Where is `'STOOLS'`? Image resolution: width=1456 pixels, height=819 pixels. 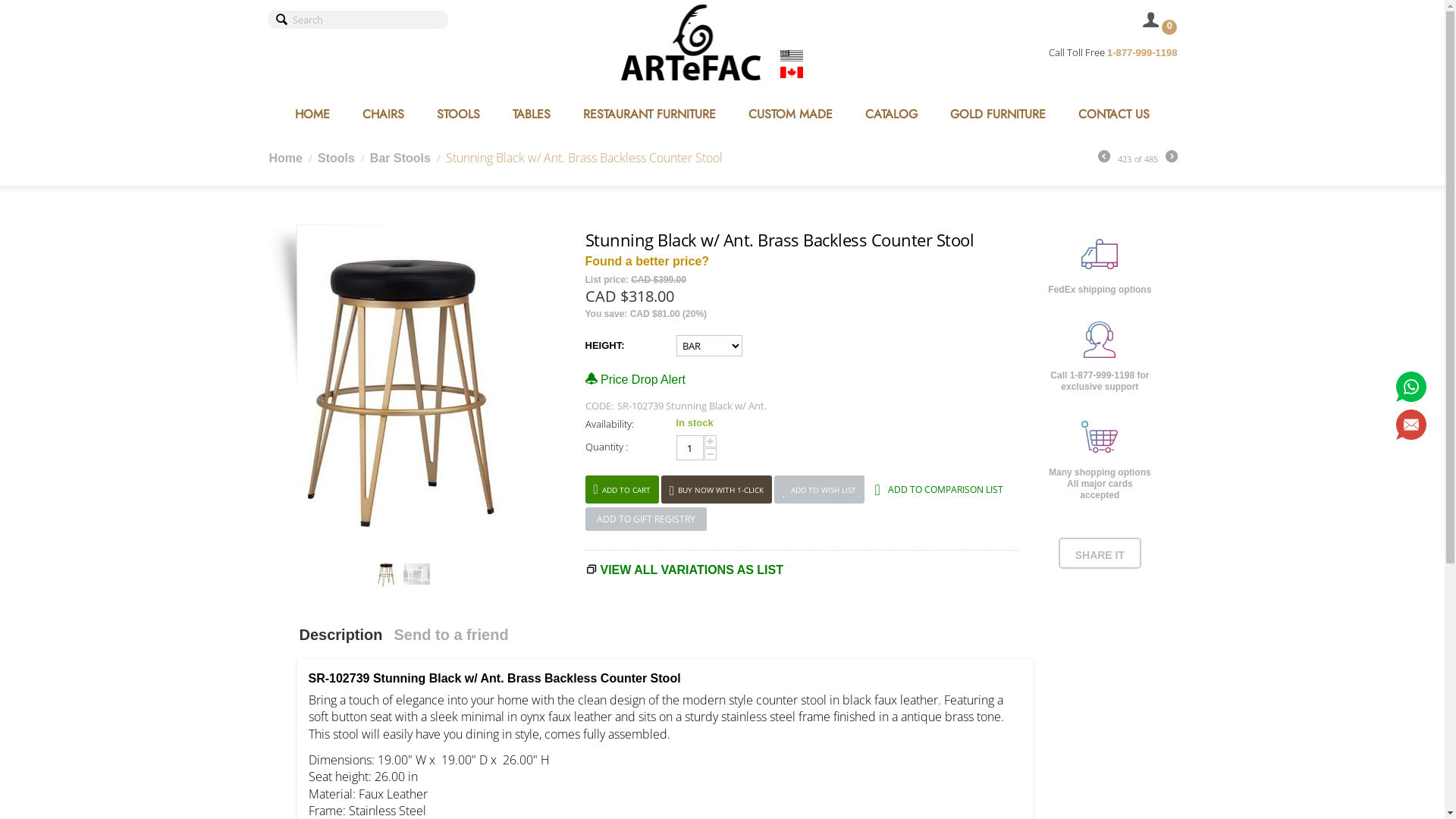 'STOOLS' is located at coordinates (457, 113).